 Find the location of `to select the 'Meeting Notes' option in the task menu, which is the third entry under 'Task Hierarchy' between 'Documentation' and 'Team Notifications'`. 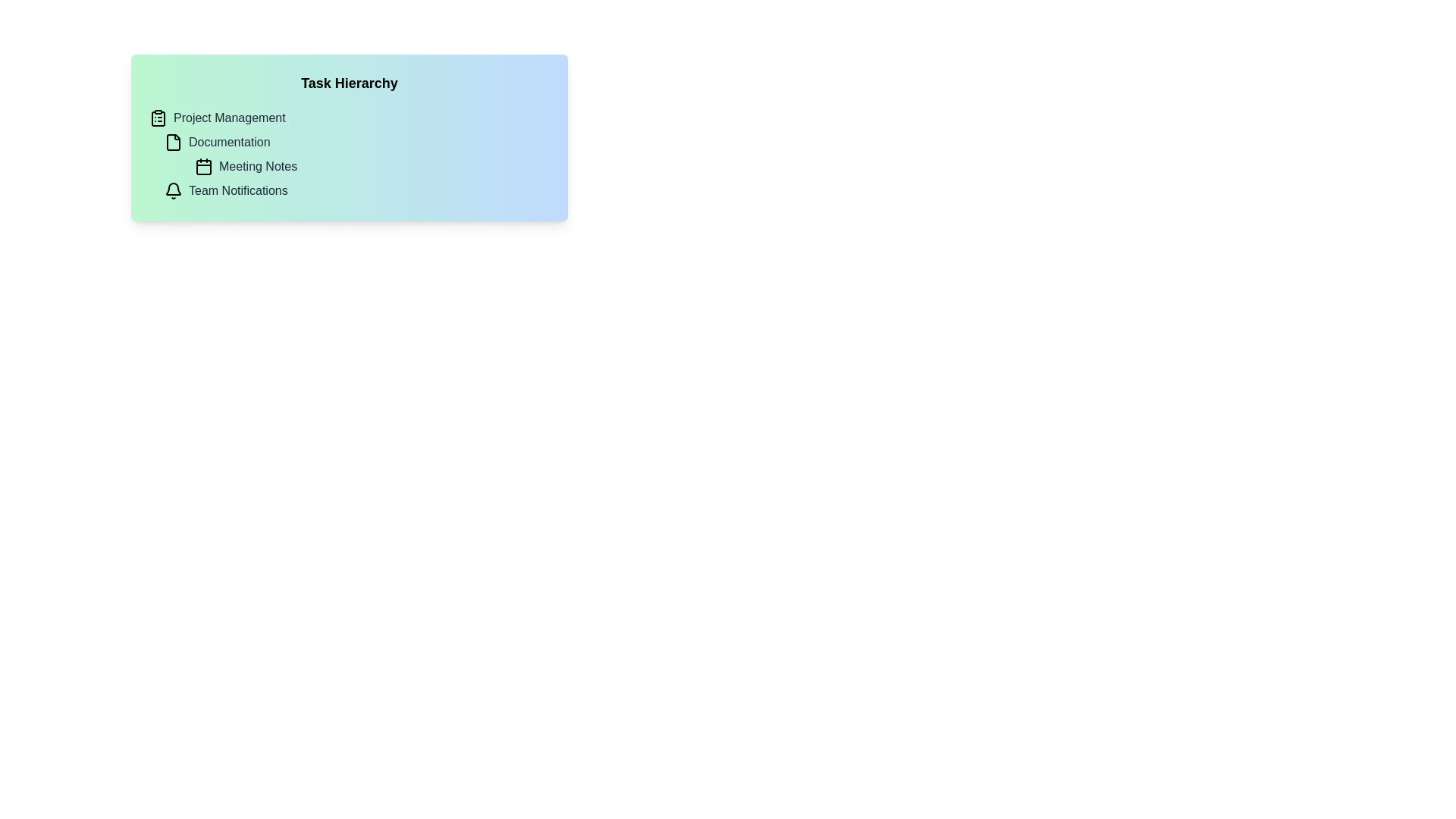

to select the 'Meeting Notes' option in the task menu, which is the third entry under 'Task Hierarchy' between 'Documentation' and 'Team Notifications' is located at coordinates (372, 166).